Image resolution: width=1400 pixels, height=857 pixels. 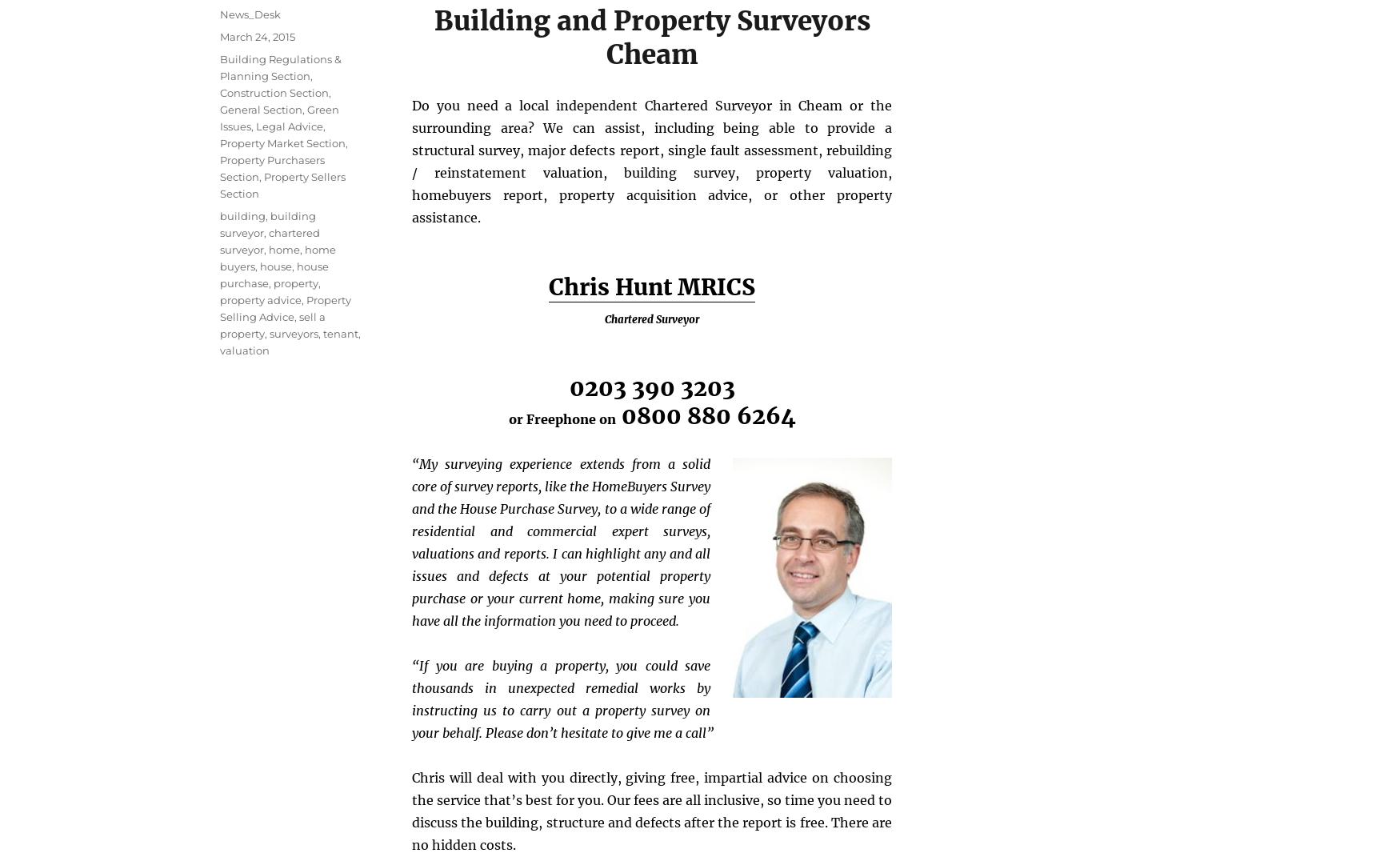 I want to click on '“My surveying experience extends from a solid core of survey reports, like the HomeBuyers Survey and the House Purchase Survey, to a wide range of residential and commercial expert surveys, valuations and reports. I can highlight any and all issues and defects at your potential property purchase or your current home, making sure you have all the information you need to proceed.', so click(x=561, y=540).